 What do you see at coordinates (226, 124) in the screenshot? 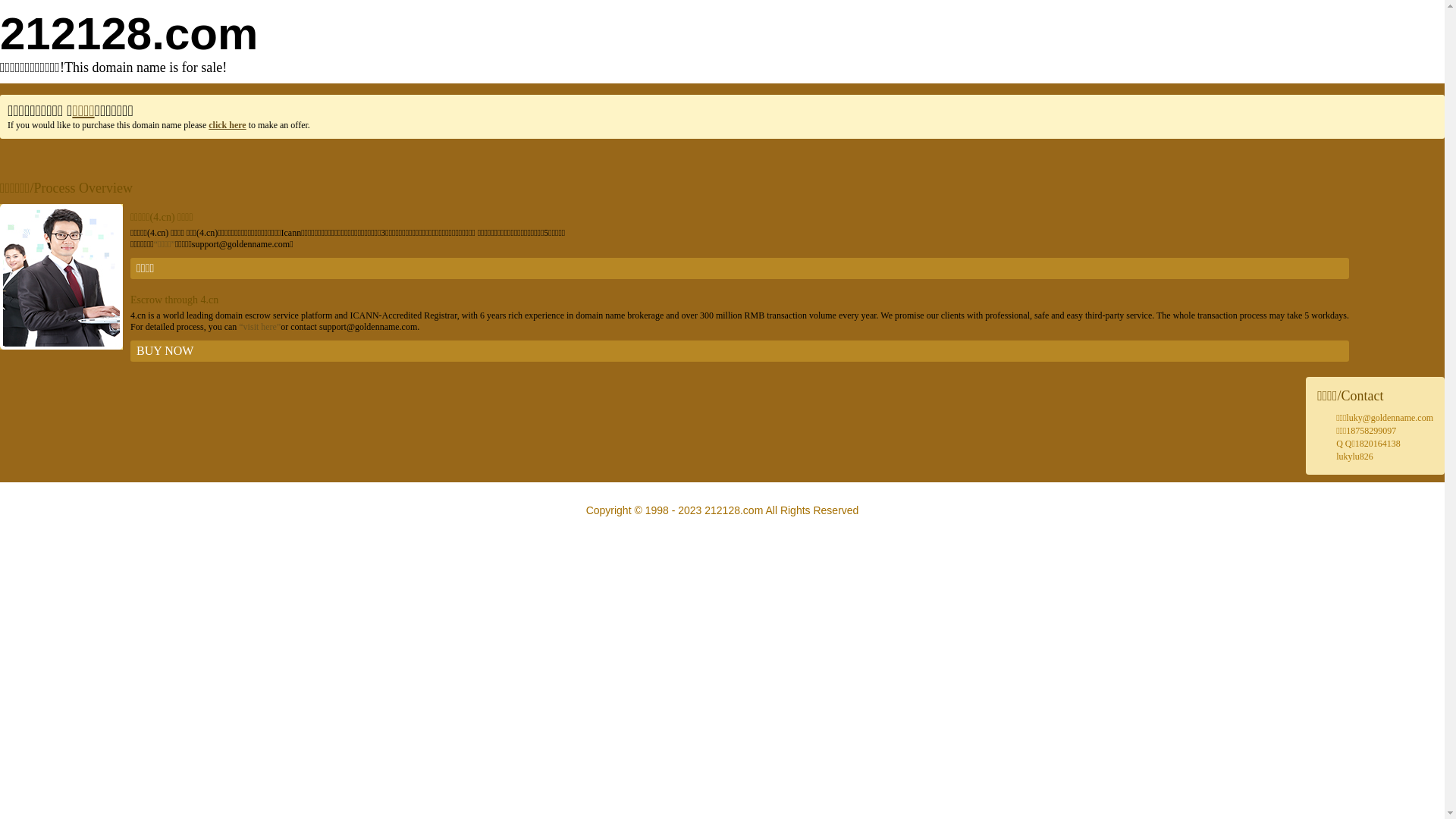
I see `'click here'` at bounding box center [226, 124].